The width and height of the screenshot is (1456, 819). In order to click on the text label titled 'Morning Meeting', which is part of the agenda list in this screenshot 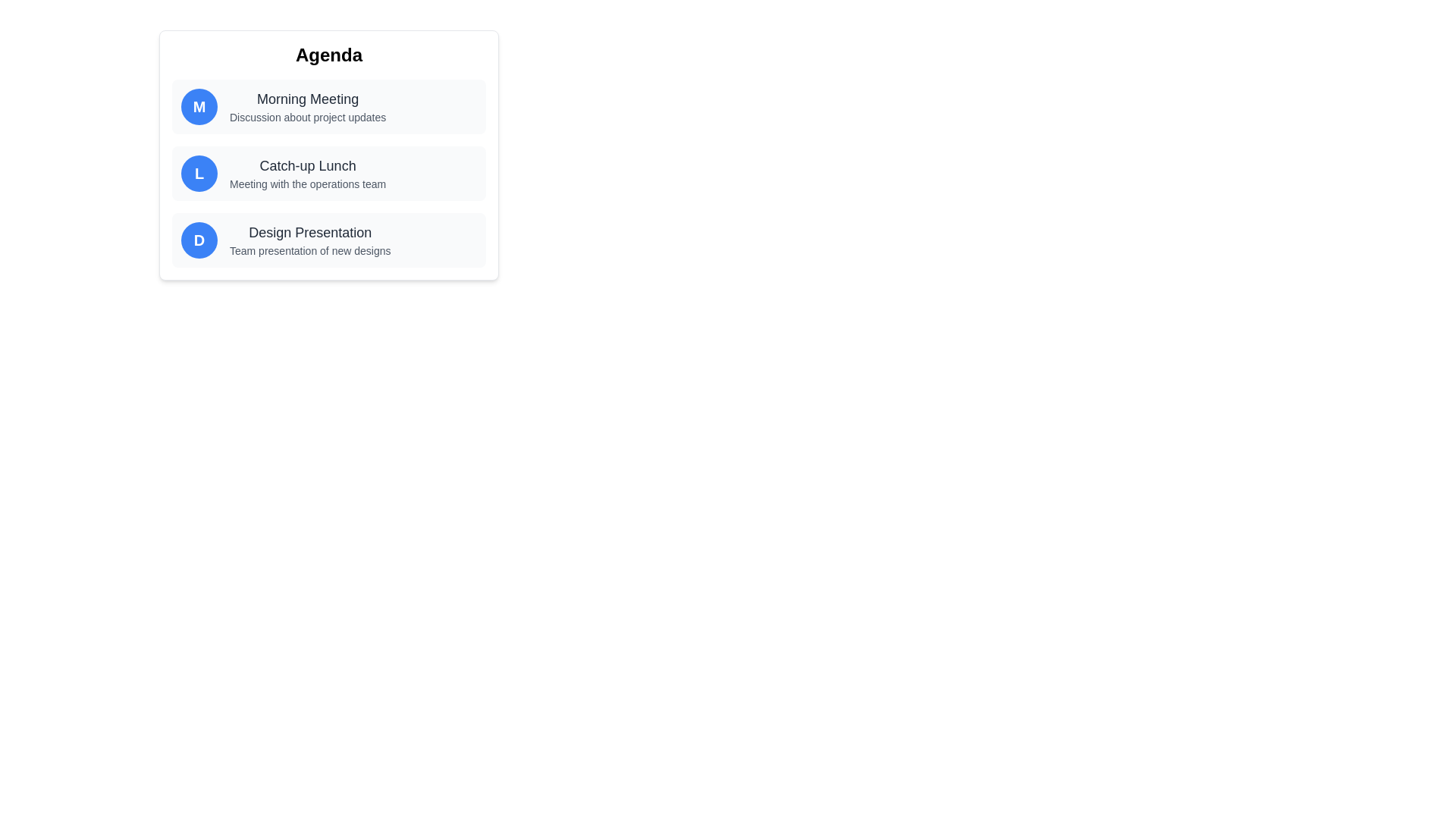, I will do `click(307, 106)`.